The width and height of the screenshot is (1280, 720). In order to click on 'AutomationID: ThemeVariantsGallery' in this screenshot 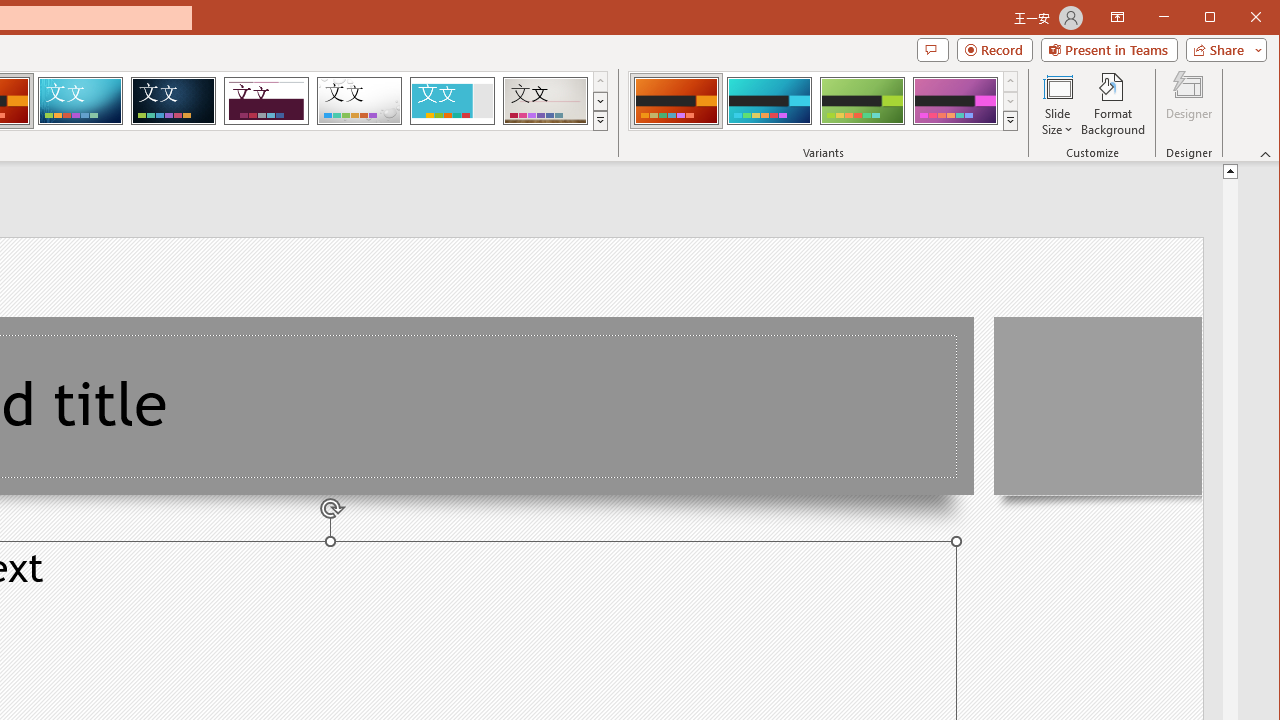, I will do `click(824, 101)`.